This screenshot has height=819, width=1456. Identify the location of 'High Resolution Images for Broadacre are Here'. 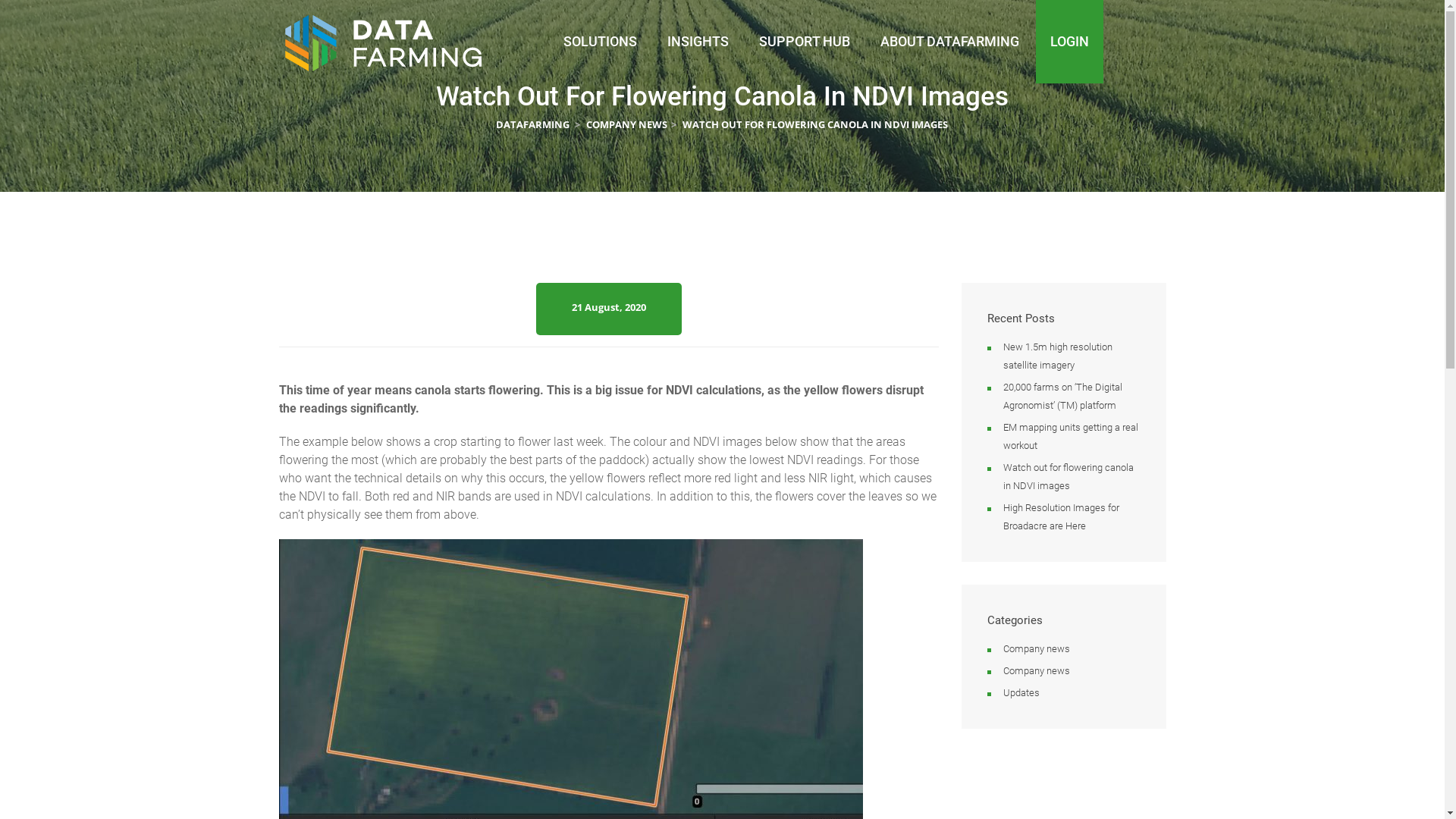
(1059, 516).